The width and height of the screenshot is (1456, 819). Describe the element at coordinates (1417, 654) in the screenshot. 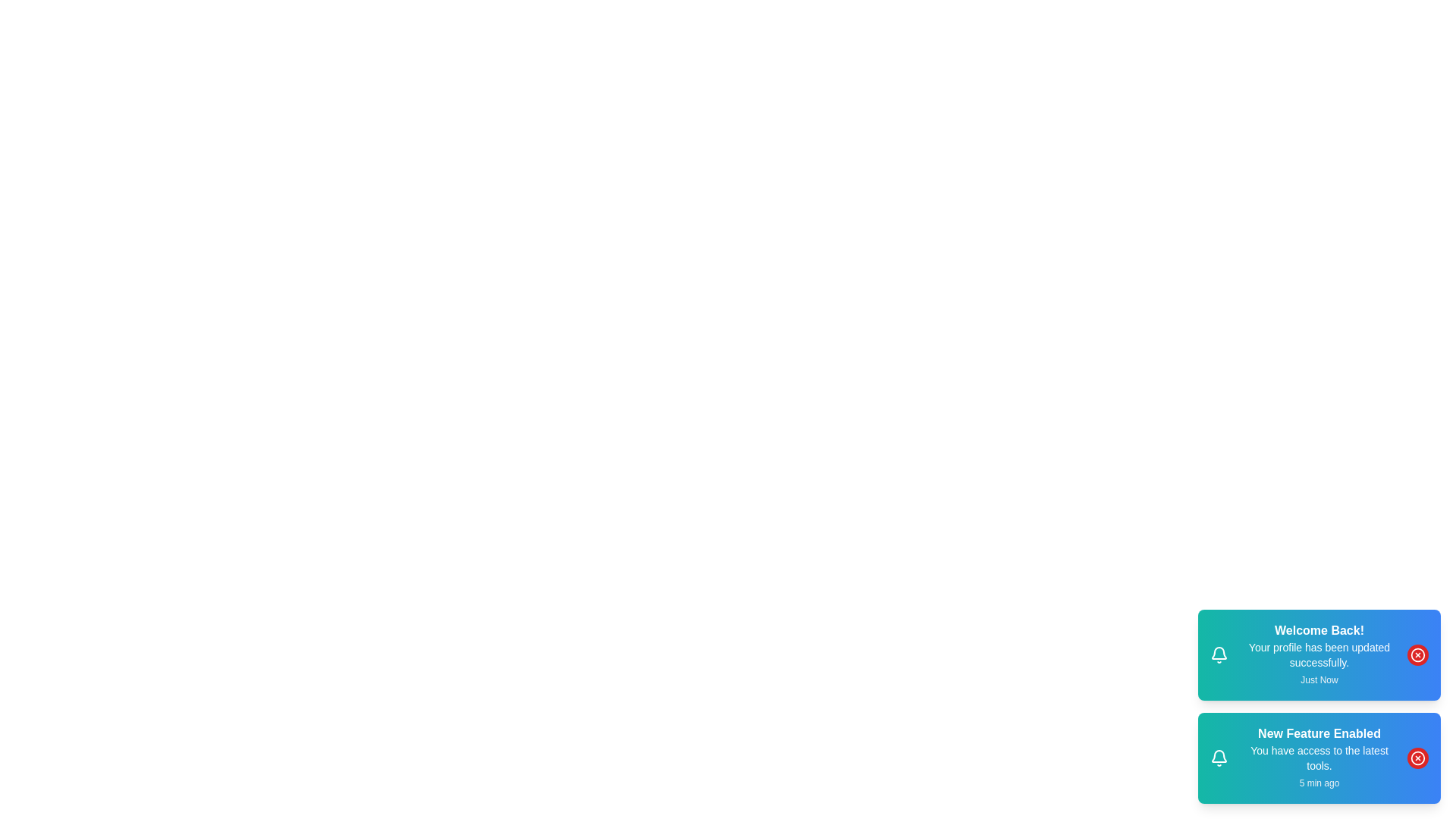

I see `the close button of the first notification to dismiss it` at that location.